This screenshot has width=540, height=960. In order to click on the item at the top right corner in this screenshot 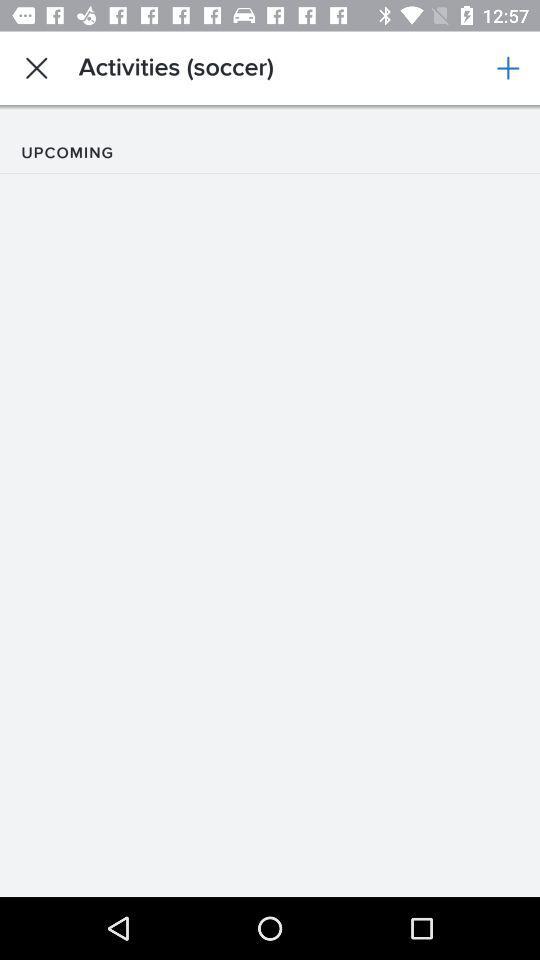, I will do `click(508, 68)`.